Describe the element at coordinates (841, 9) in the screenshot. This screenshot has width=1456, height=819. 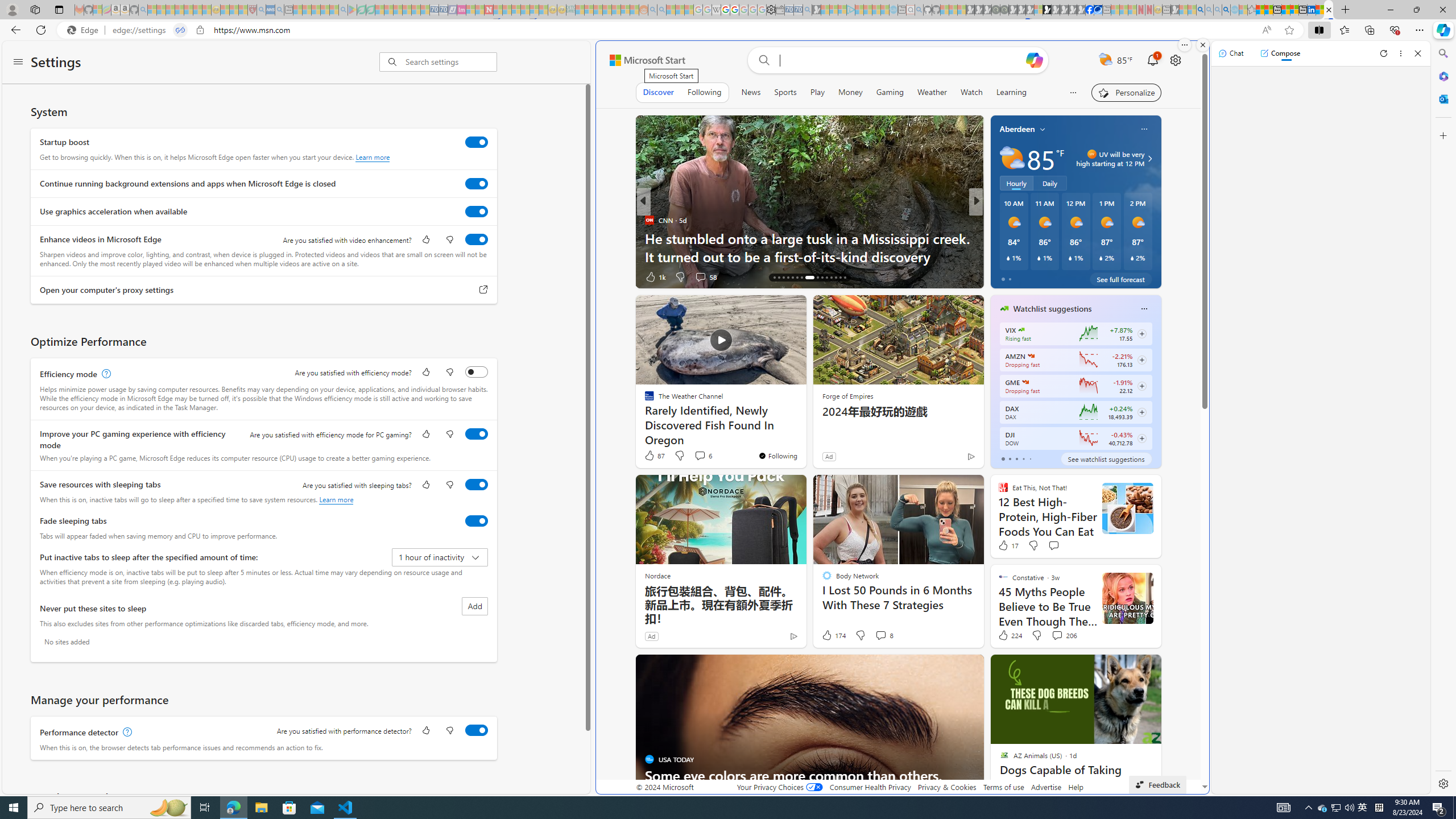
I see `'Microsoft account | Privacy - Sleeping'` at that location.